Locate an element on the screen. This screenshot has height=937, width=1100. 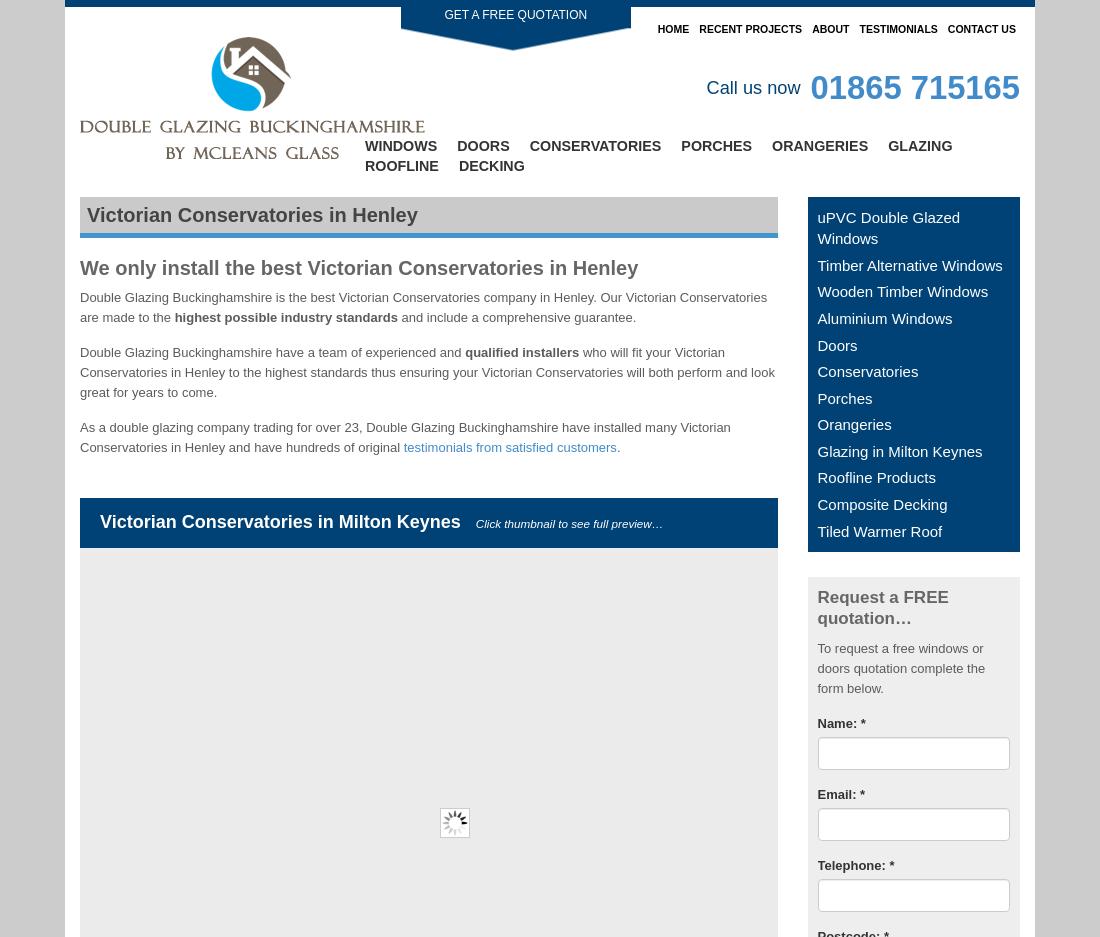
'Double Glazing Buckinghamshire is the best Victorian Conservatories company in Henley. Our Victorian Conservatories are made to the' is located at coordinates (79, 305).